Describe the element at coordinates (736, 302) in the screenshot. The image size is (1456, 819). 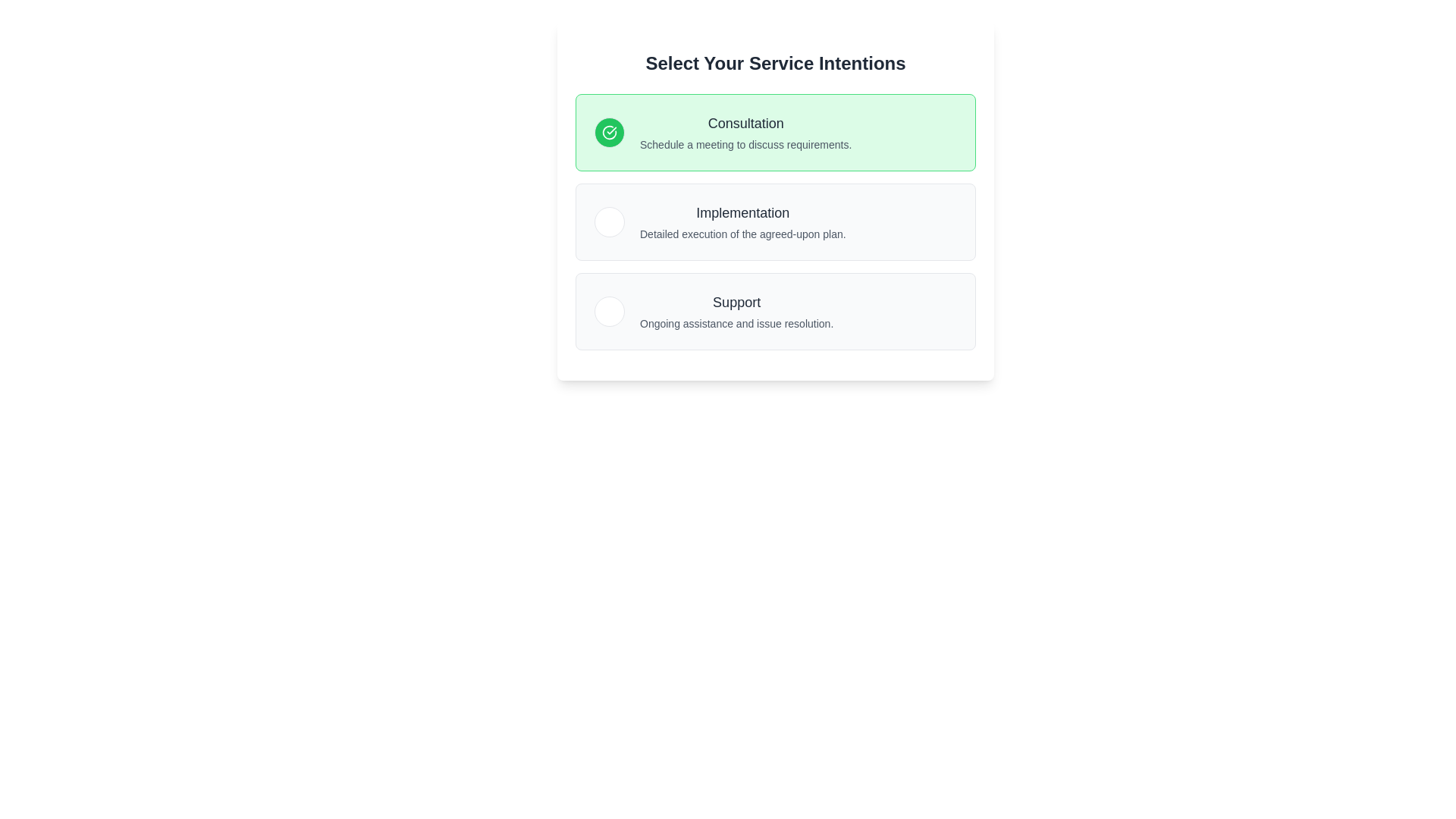
I see `the 'Support' text label, which indicates the section for assistance-related services in the list under 'Select Your Service Intentions'` at that location.